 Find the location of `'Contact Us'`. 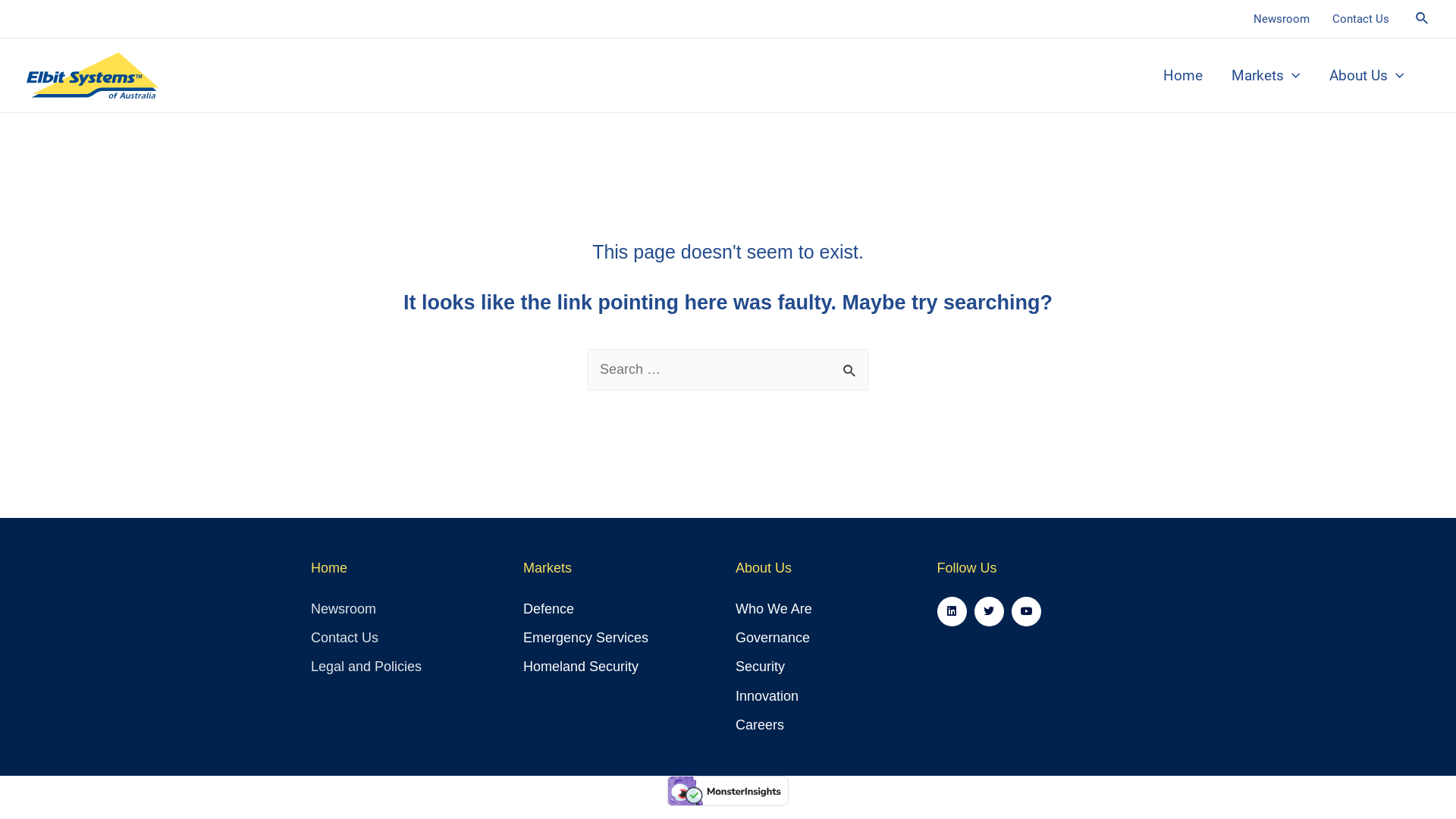

'Contact Us' is located at coordinates (1360, 18).